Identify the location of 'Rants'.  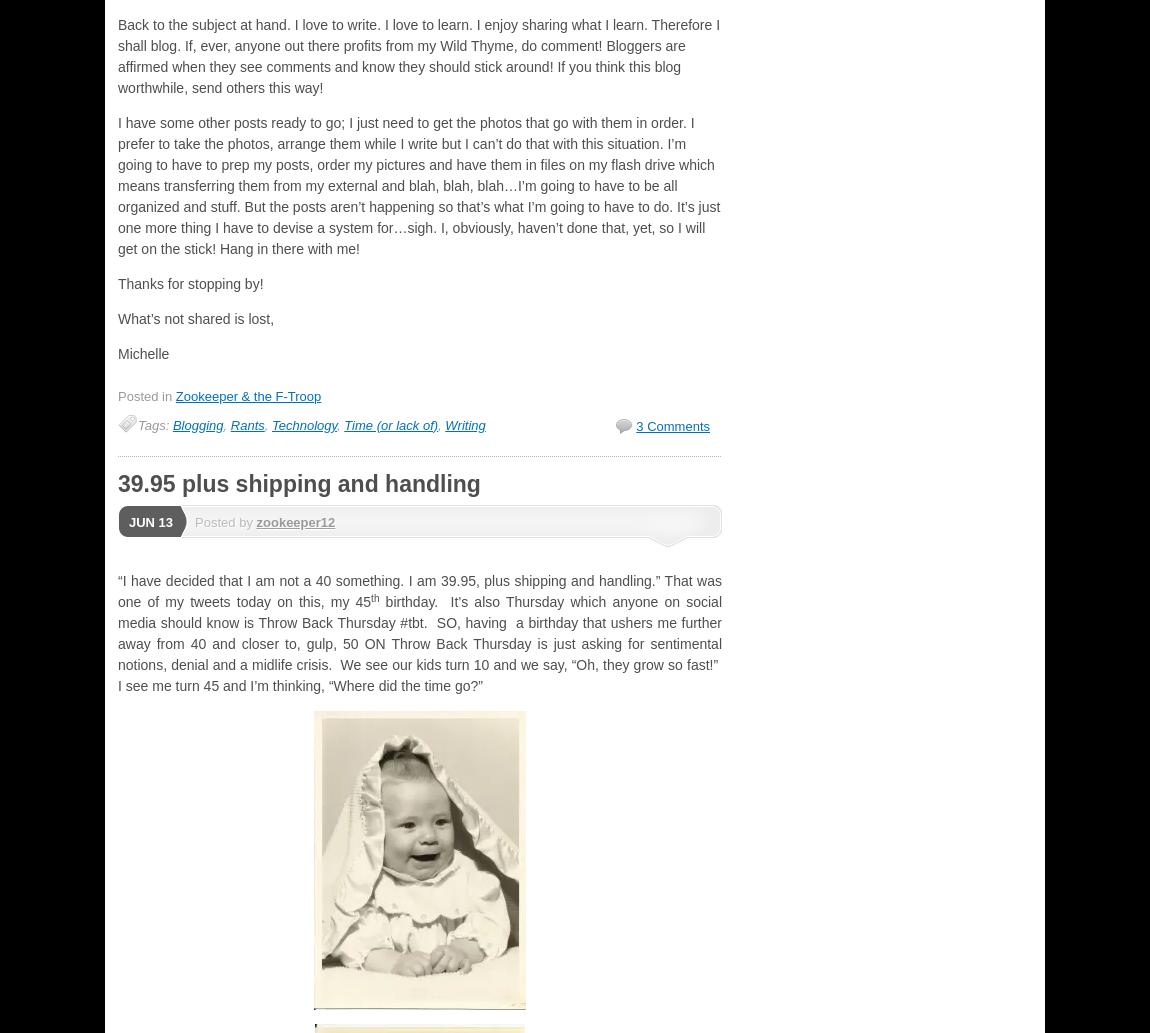
(246, 424).